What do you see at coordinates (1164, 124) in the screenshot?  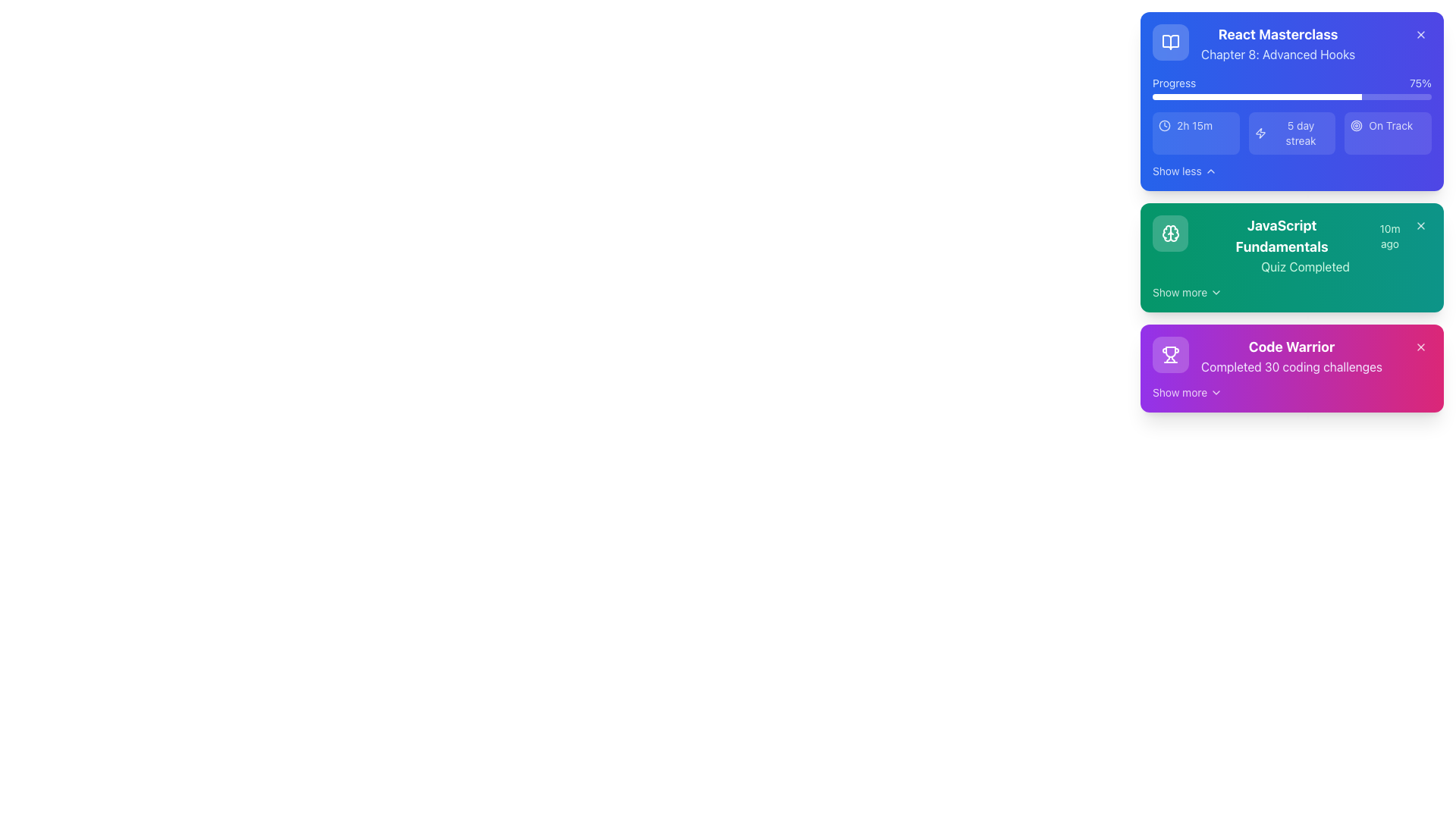 I see `the clock icon styled with a circular outline and white strokes, which is the first item in the horizontal group inside the blue card titled 'React Masterclass'` at bounding box center [1164, 124].